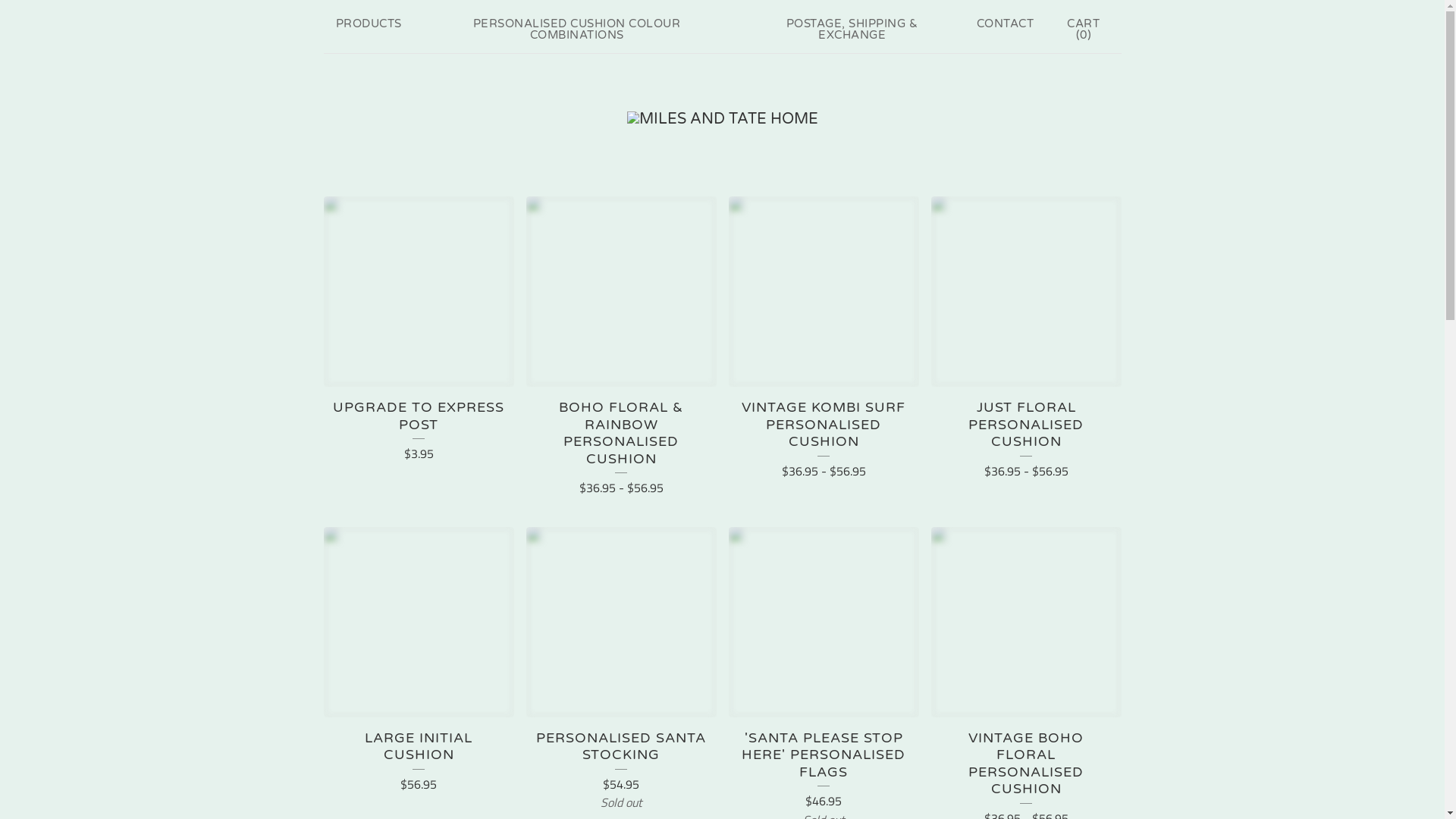 The image size is (1456, 819). Describe the element at coordinates (720, 118) in the screenshot. I see `'Home'` at that location.